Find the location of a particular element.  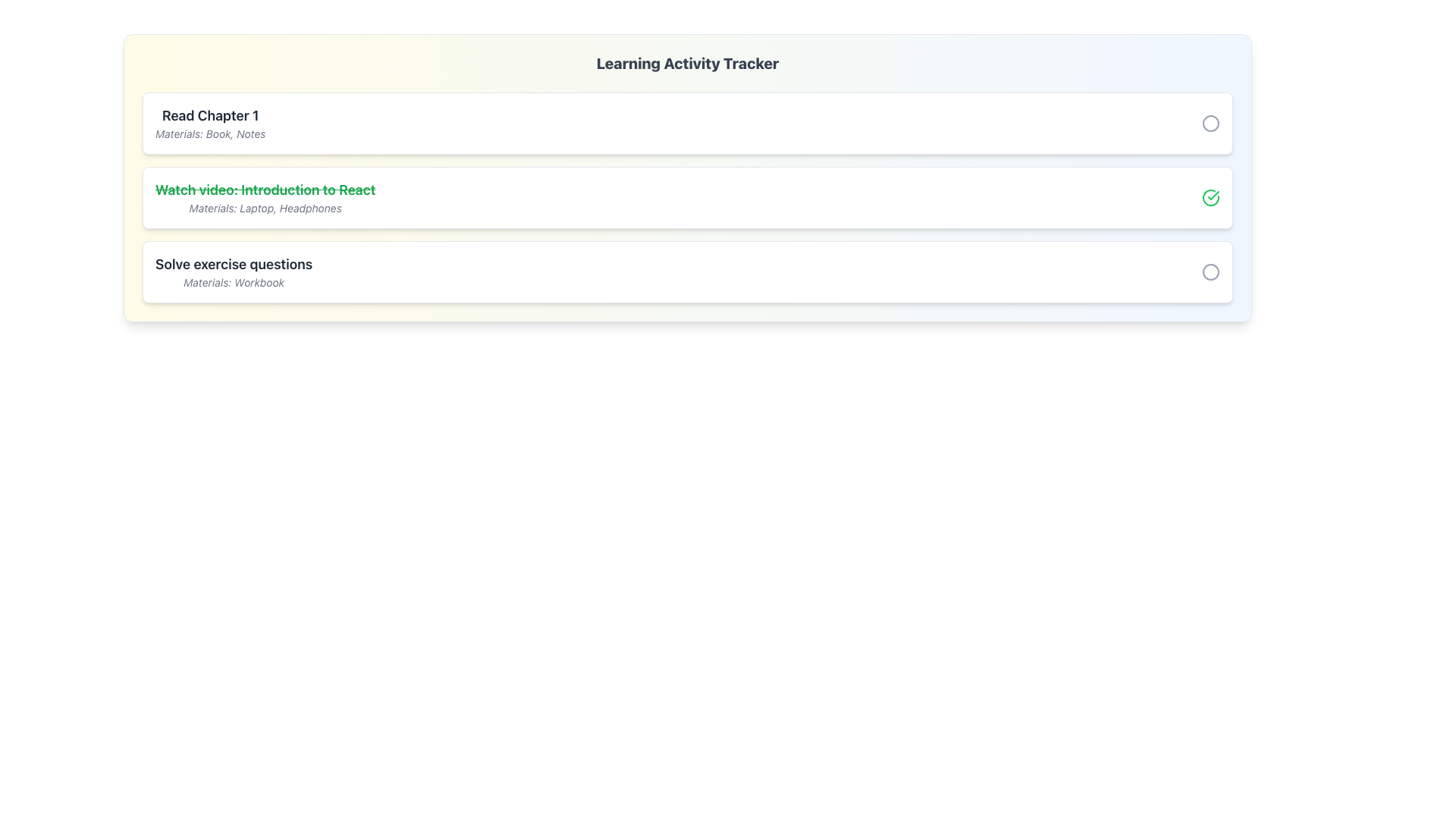

the green tick icon that represents a confirmation status, located at the right end of the second list item's row is located at coordinates (1213, 195).